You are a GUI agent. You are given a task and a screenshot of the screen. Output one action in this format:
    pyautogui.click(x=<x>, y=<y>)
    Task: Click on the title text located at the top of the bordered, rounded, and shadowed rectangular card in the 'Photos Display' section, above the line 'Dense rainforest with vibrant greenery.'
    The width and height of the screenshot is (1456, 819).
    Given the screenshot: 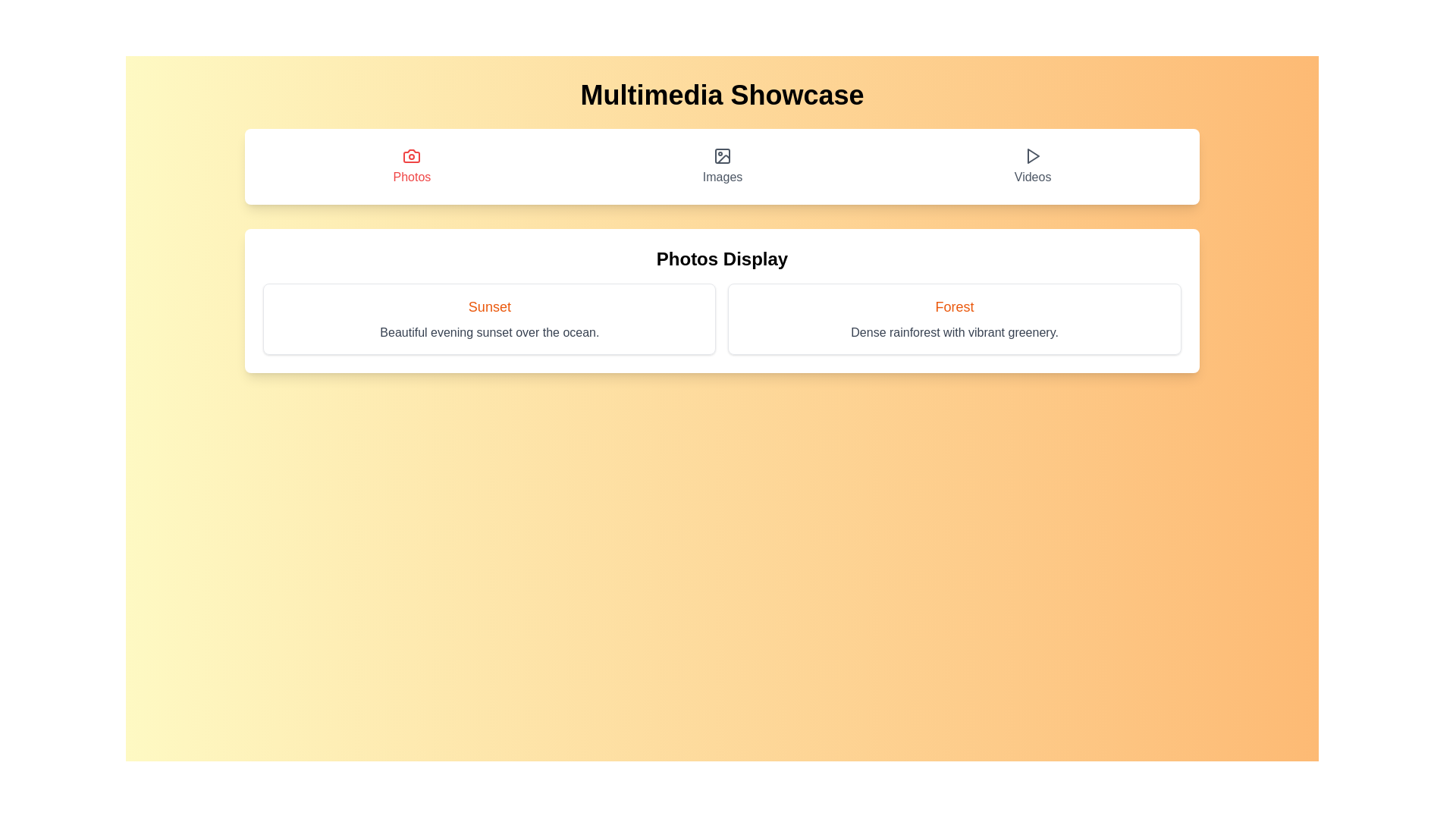 What is the action you would take?
    pyautogui.click(x=954, y=307)
    